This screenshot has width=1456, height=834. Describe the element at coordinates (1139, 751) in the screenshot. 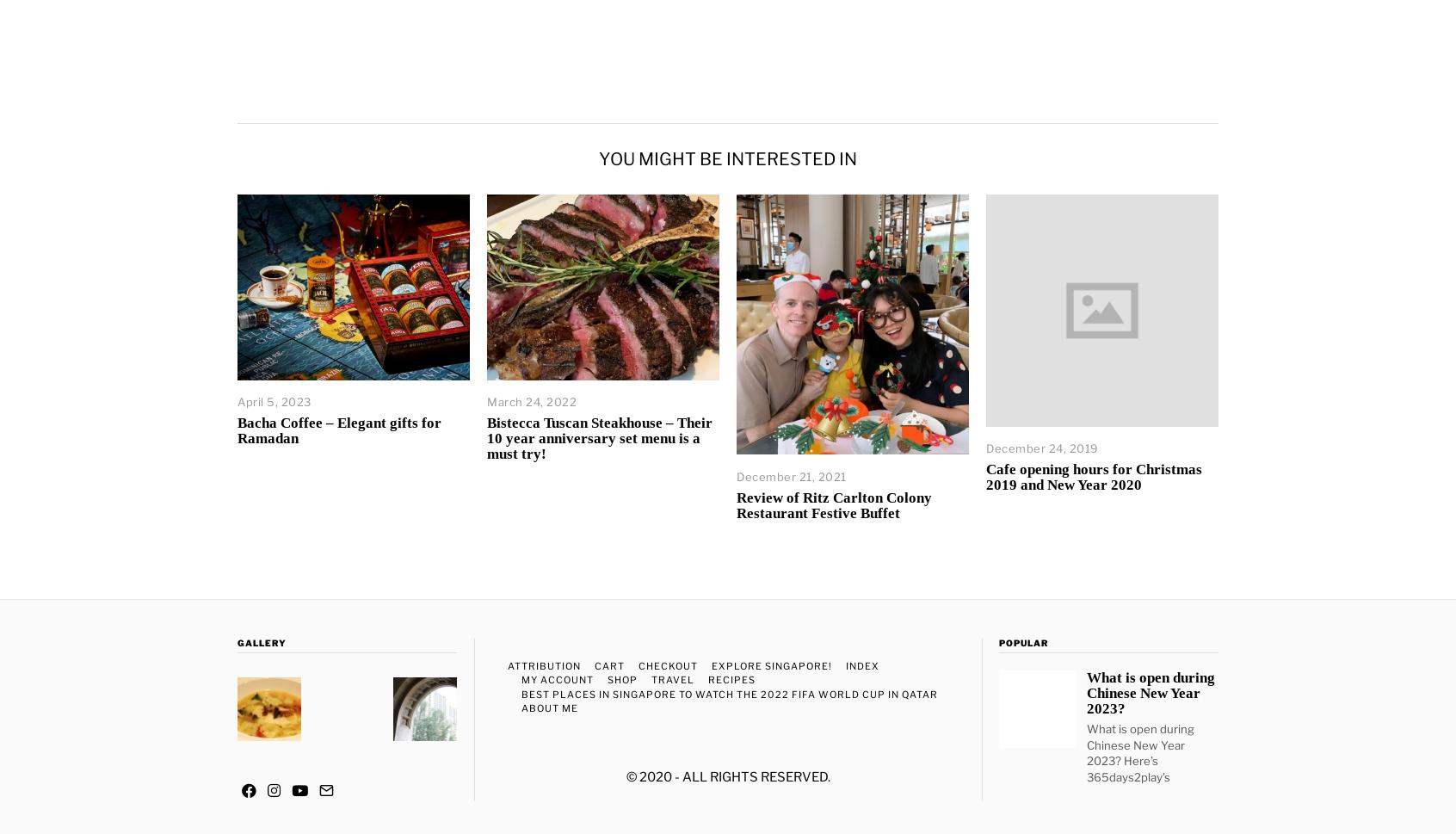

I see `'What is open during Chinese New Year 2023? Here’s 365days2play’s'` at that location.